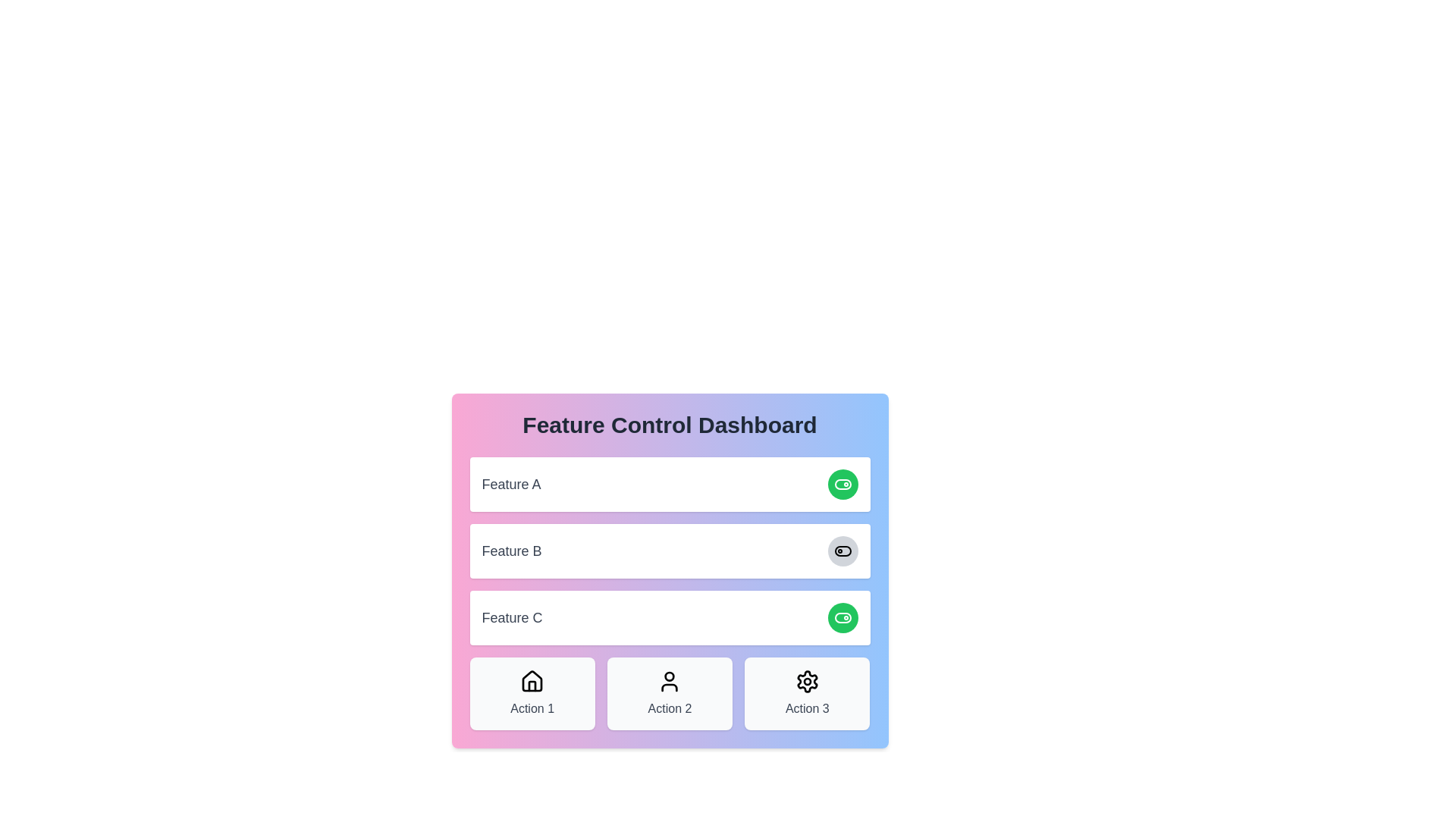 Image resolution: width=1456 pixels, height=819 pixels. What do you see at coordinates (806, 693) in the screenshot?
I see `the third action button labeled 'Action 3' located at the bottom-right corner of the interface` at bounding box center [806, 693].